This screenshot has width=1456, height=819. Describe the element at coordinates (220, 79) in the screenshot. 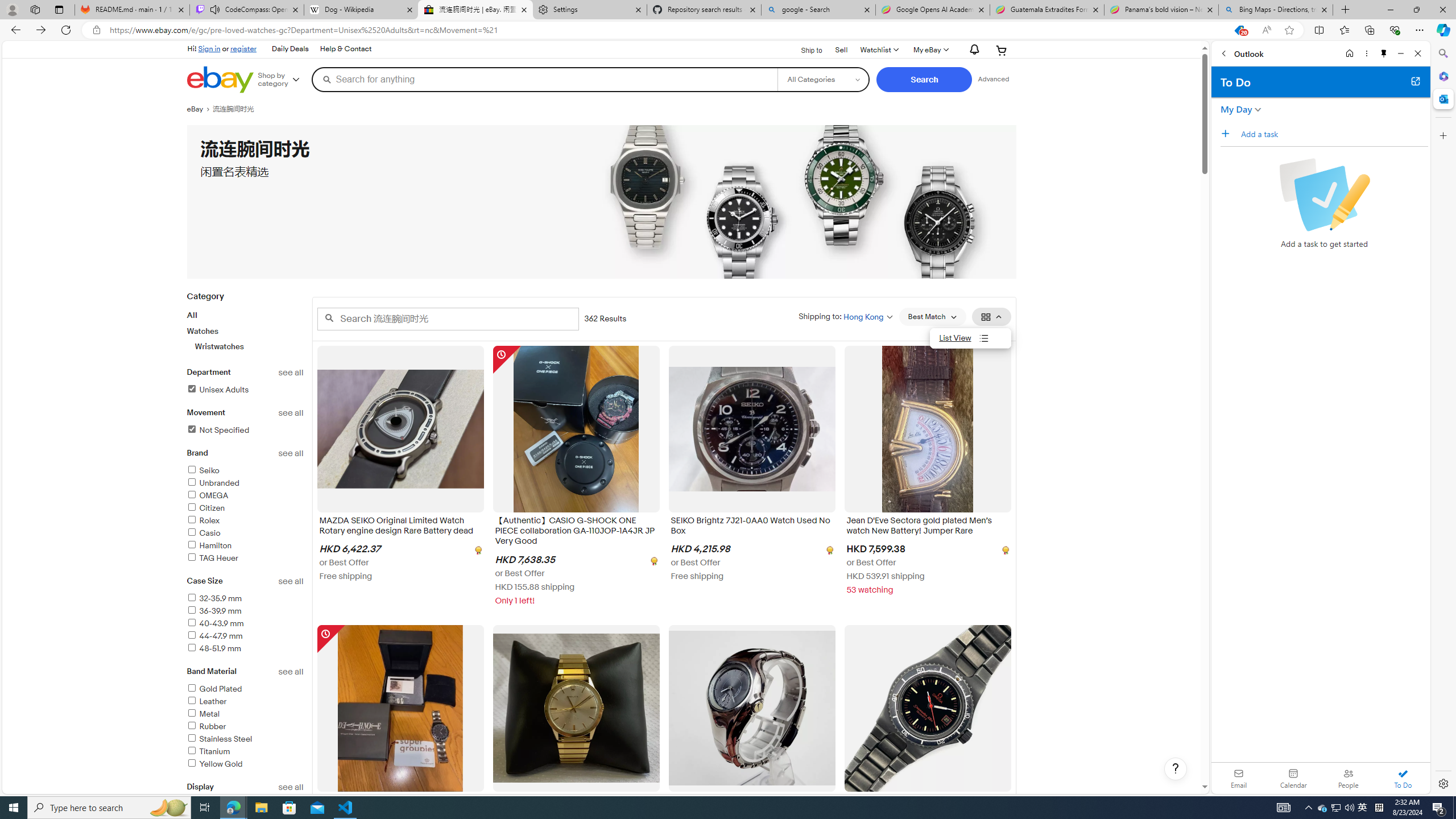

I see `'eBay Home'` at that location.